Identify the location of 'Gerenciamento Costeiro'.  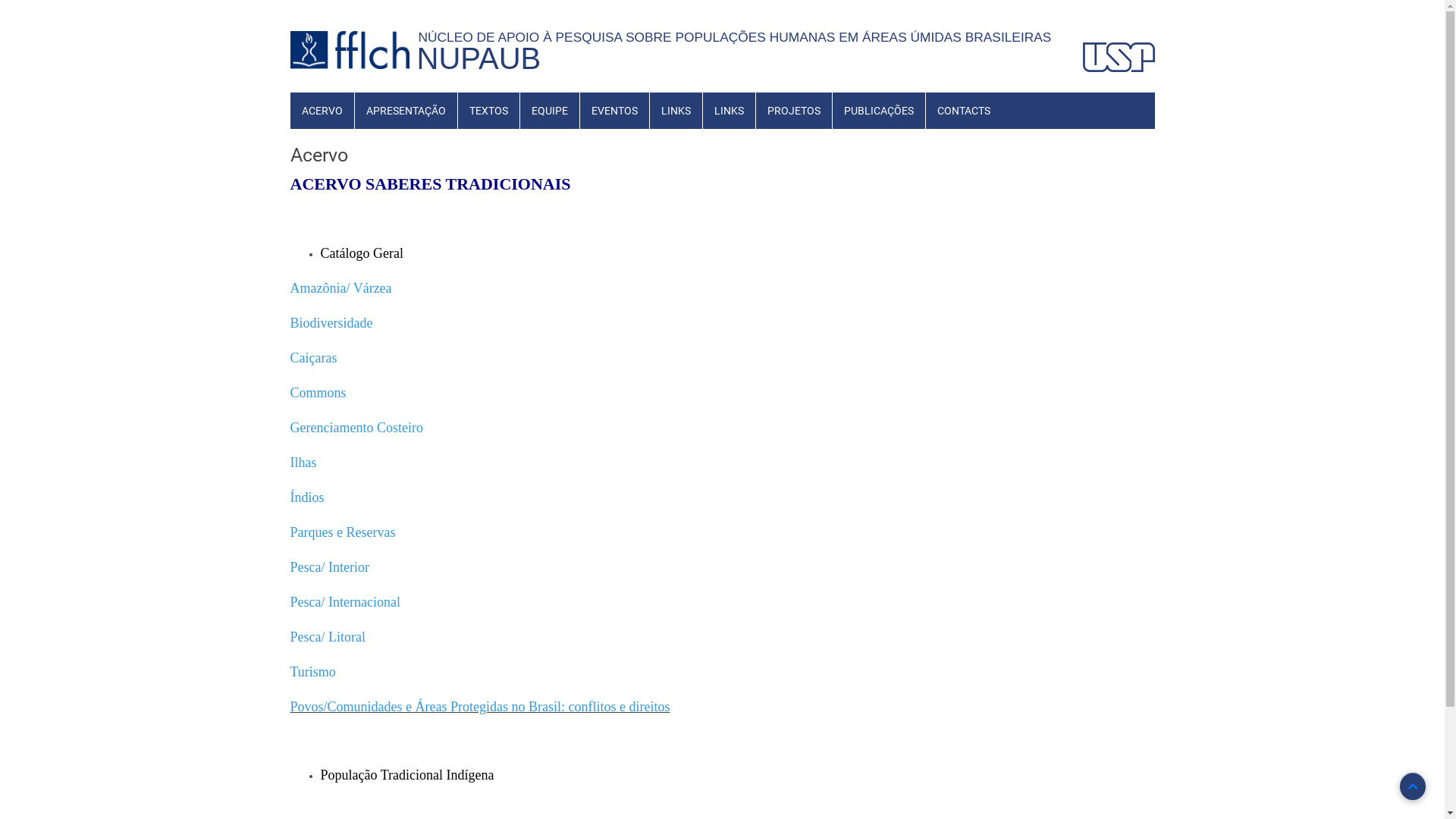
(355, 428).